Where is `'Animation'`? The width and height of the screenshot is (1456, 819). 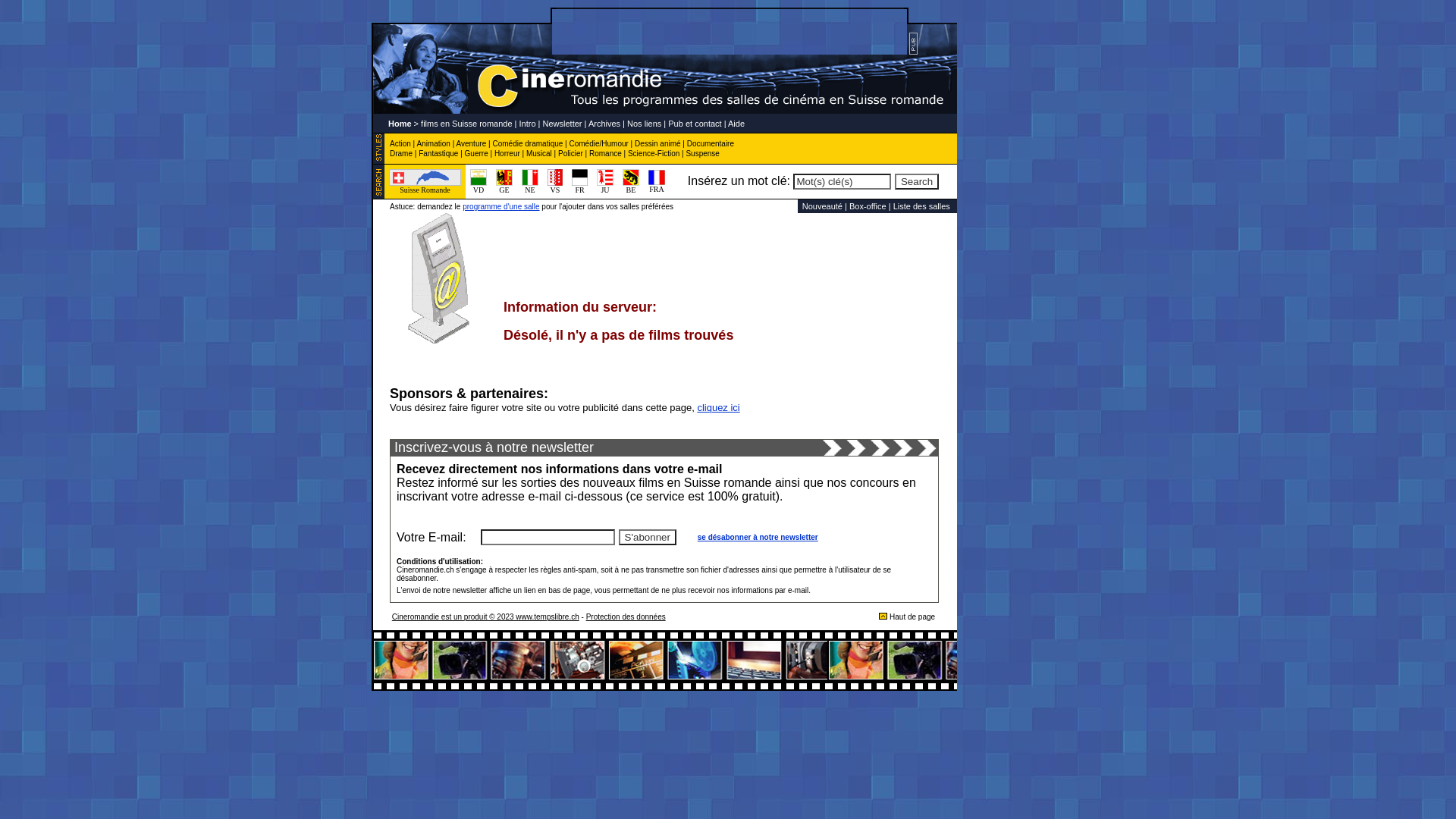
'Animation' is located at coordinates (432, 143).